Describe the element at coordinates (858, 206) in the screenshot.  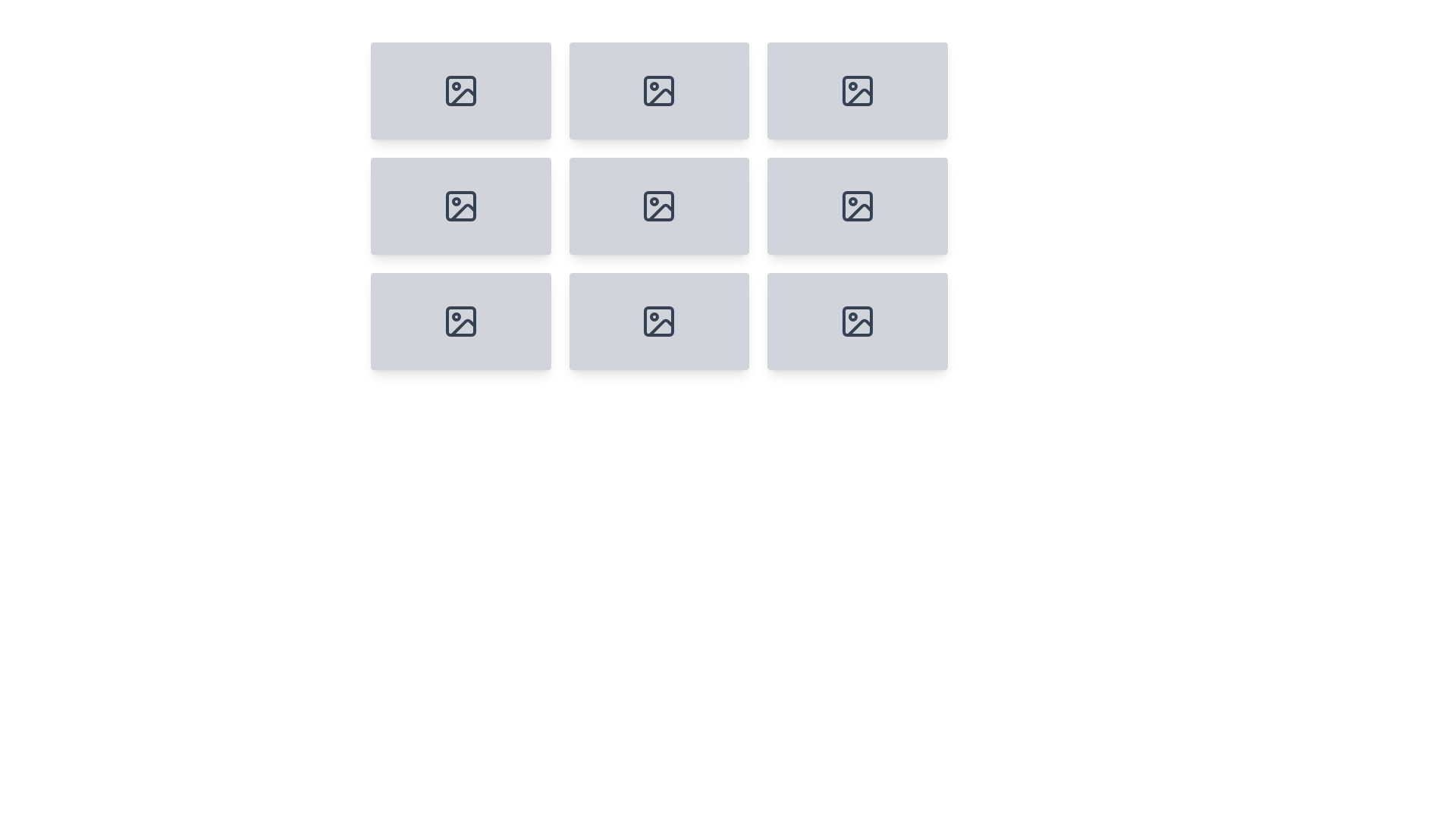
I see `the fourth instance of the image icon in a 3x3 grid layout, located in the second cell of the second row, to initiate further interaction` at that location.